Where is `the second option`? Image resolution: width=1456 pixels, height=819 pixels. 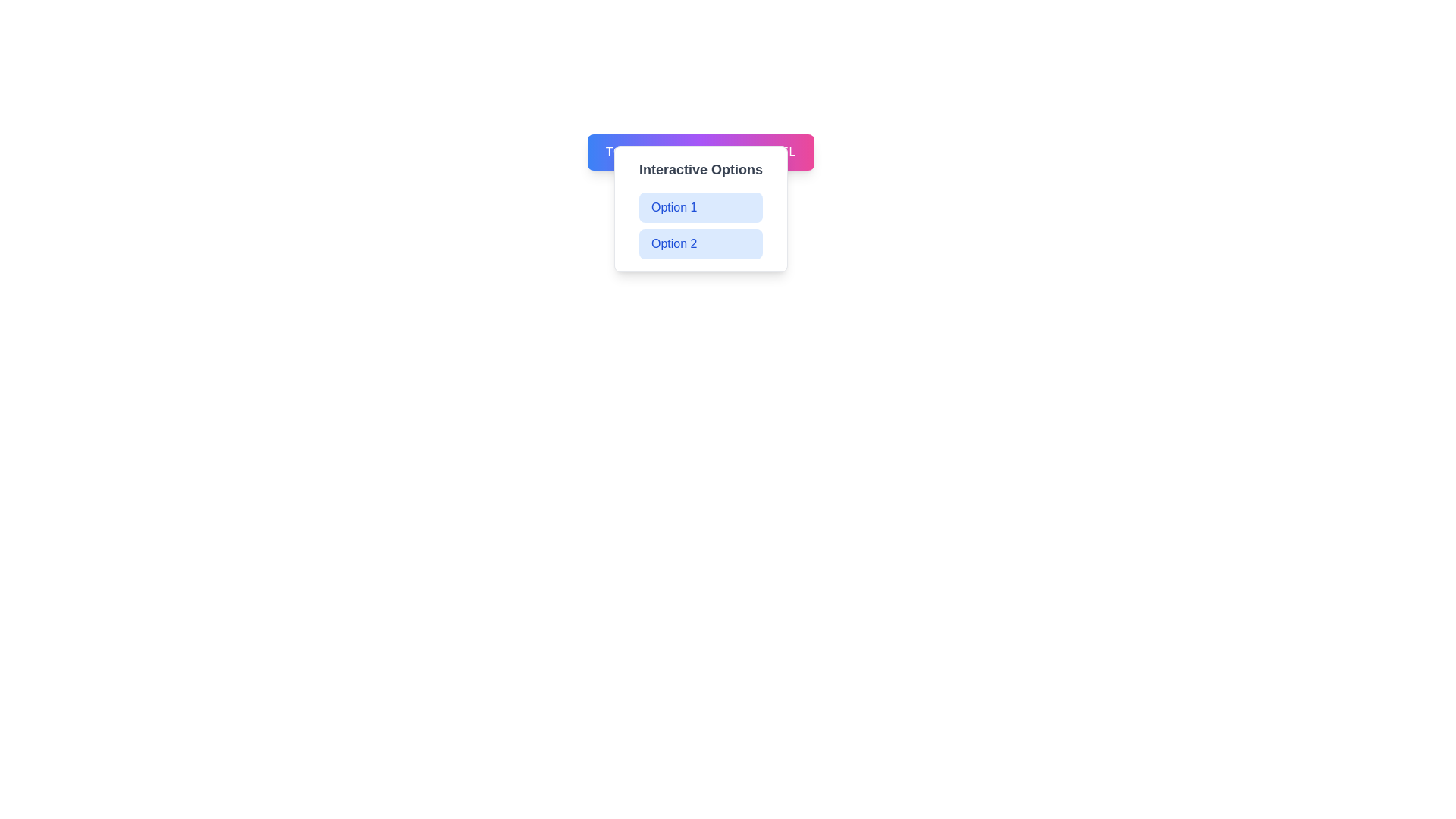 the second option is located at coordinates (700, 243).